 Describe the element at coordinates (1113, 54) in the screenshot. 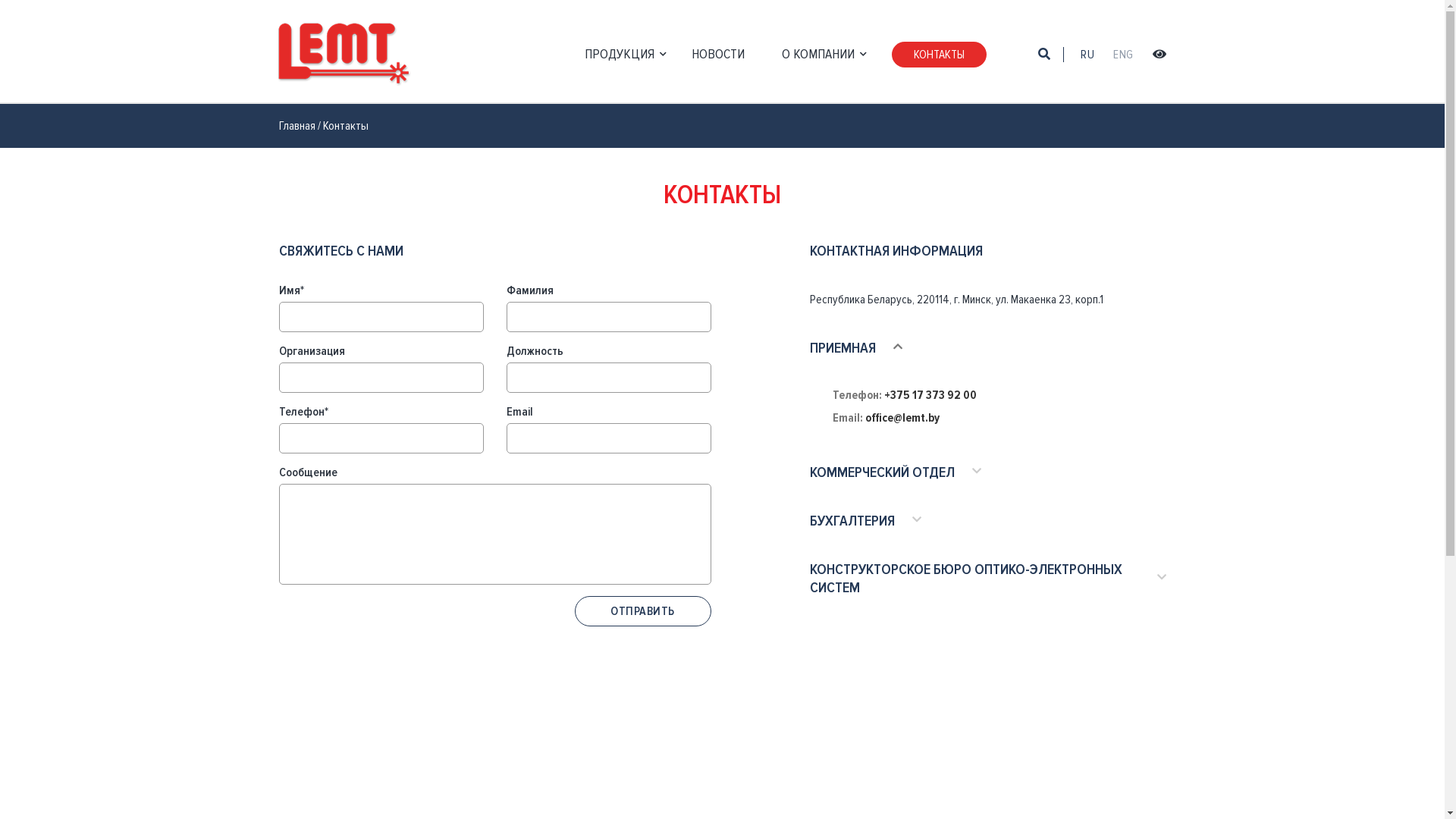

I see `'ENG'` at that location.